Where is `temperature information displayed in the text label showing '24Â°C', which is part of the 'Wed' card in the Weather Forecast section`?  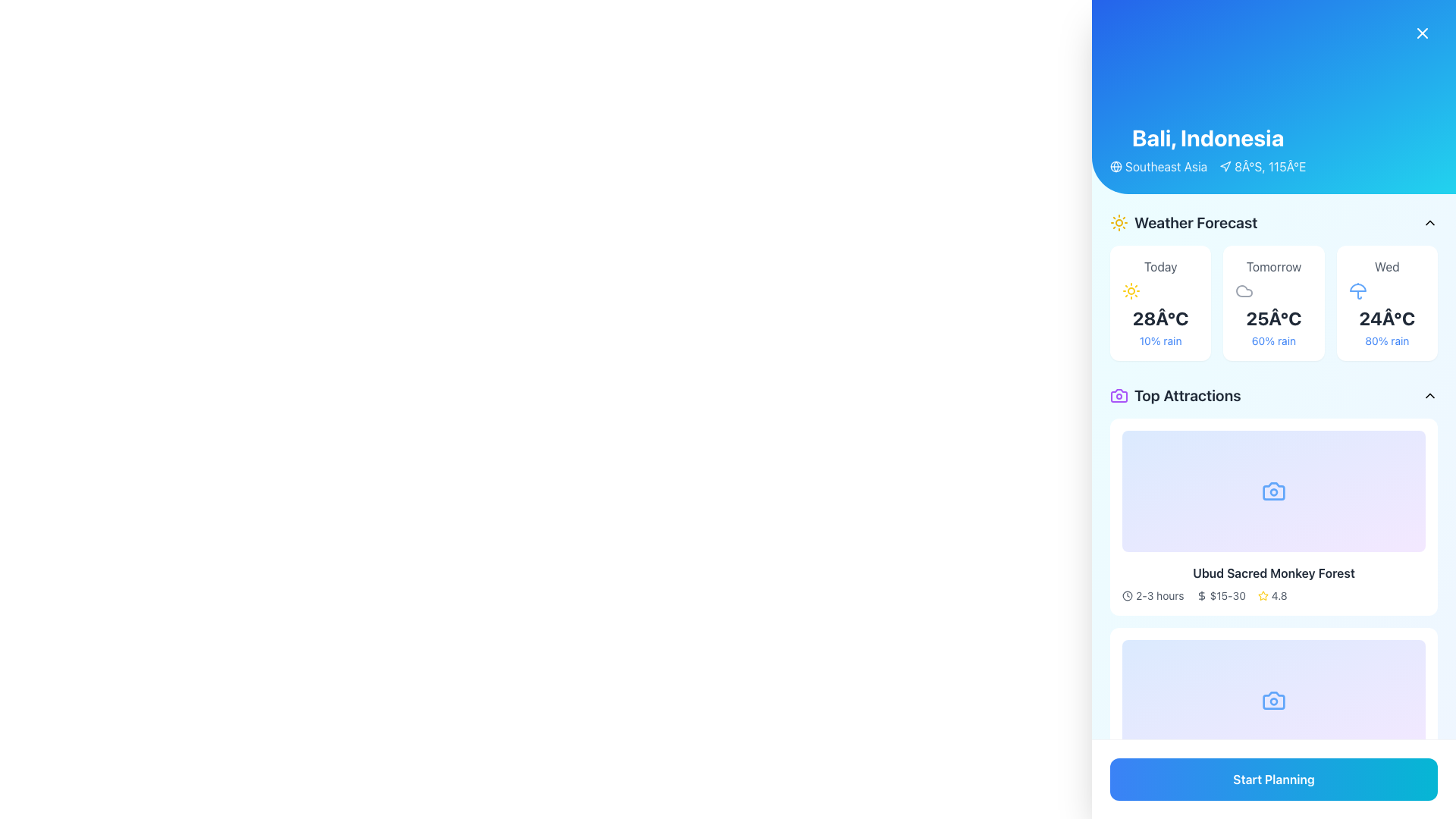
temperature information displayed in the text label showing '24Â°C', which is part of the 'Wed' card in the Weather Forecast section is located at coordinates (1387, 318).